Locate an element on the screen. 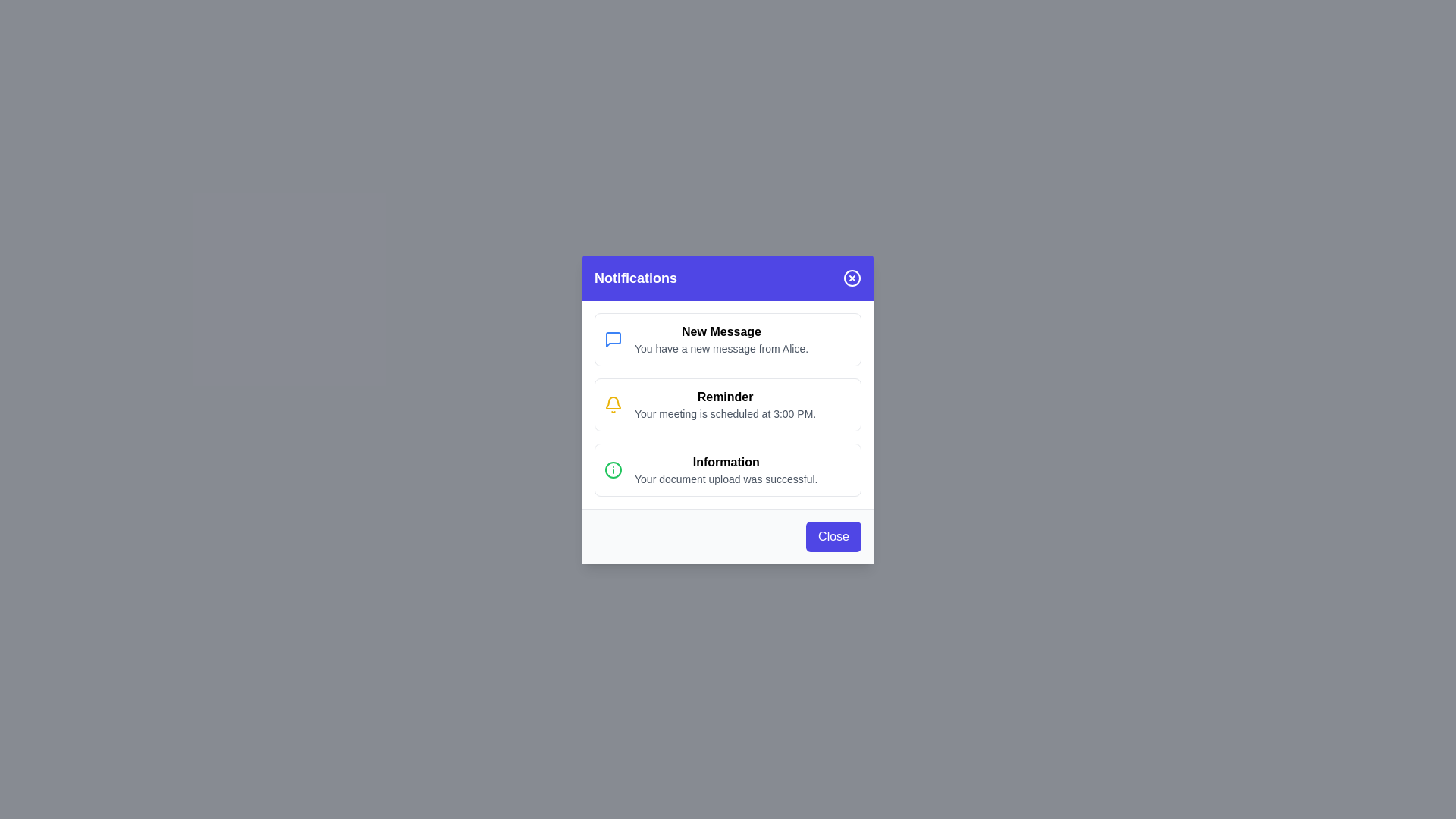  the notification item New Message to focus on it is located at coordinates (728, 338).